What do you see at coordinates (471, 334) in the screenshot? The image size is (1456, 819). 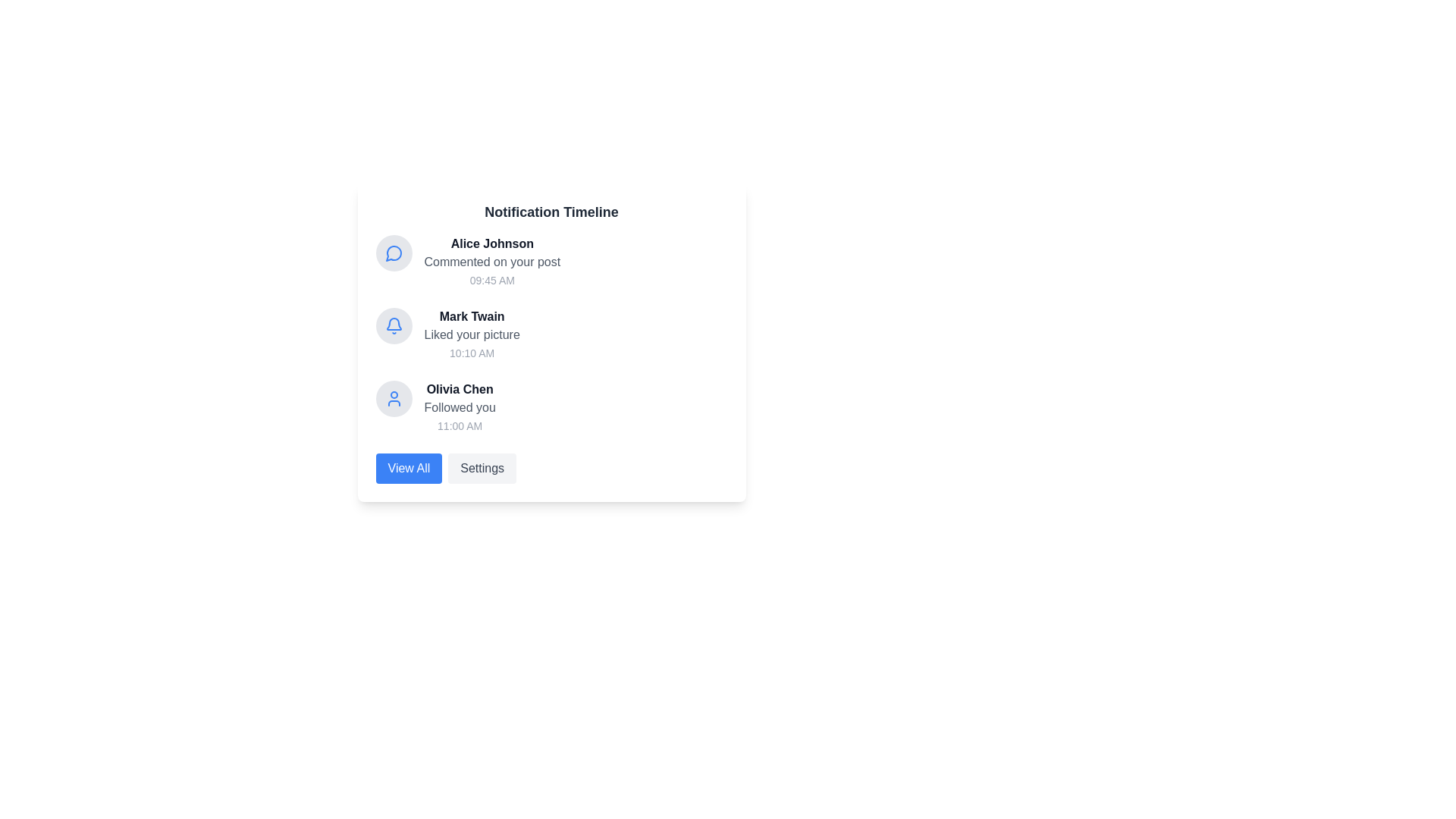 I see `the static label providing a descriptive message about the activity performed by the user 'Mark Twain', which is located in the second notification item of the 'Notification Timeline', below the username and above the timestamp` at bounding box center [471, 334].